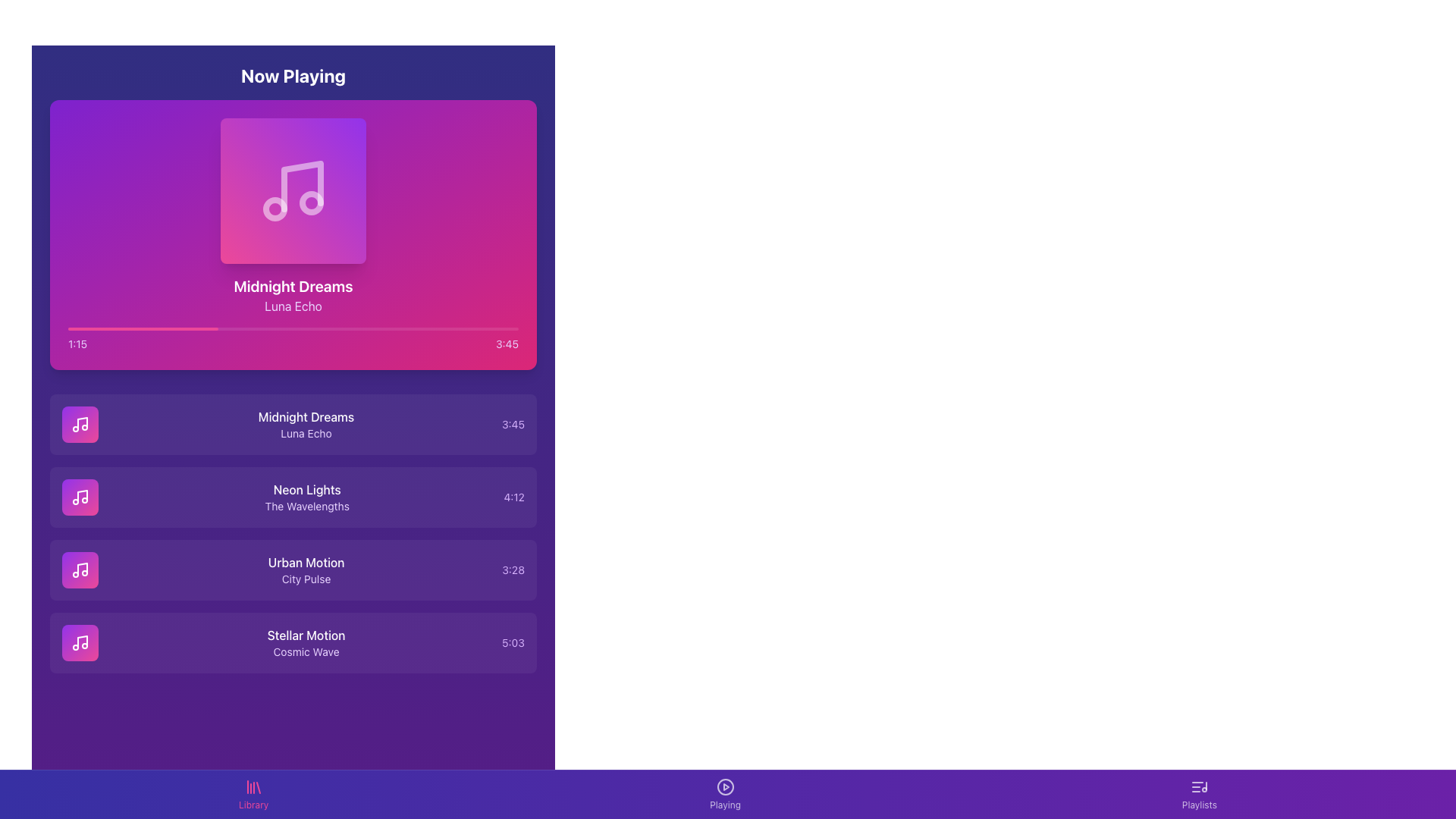 This screenshot has width=1456, height=819. Describe the element at coordinates (306, 651) in the screenshot. I see `text label providing additional information about the song 'Stellar Motion', located beneath the song title in the details section of the list entry` at that location.